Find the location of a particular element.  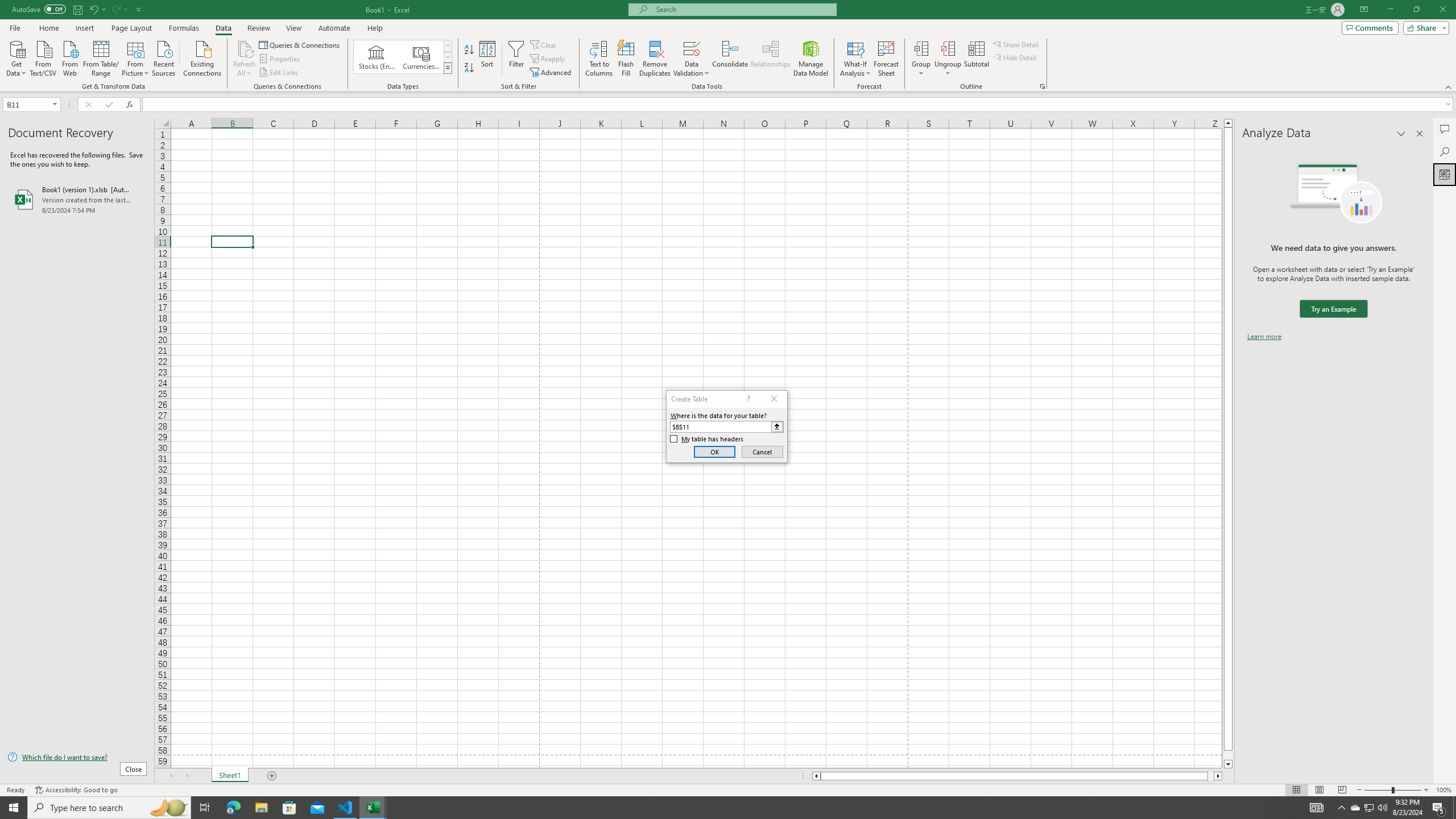

'Forecast Sheet' is located at coordinates (886, 59).